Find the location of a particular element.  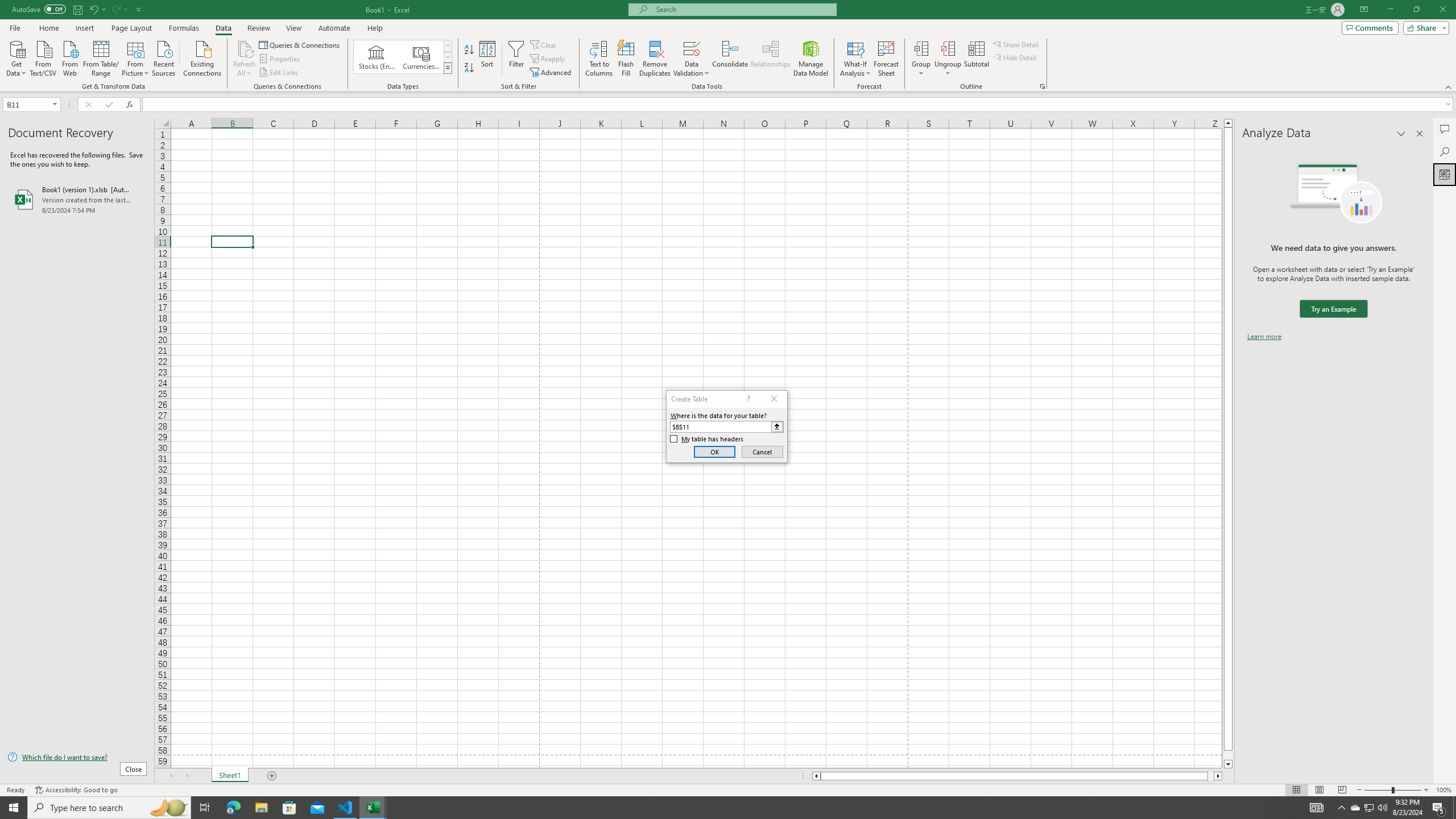

'Forecast Sheet' is located at coordinates (886, 59).